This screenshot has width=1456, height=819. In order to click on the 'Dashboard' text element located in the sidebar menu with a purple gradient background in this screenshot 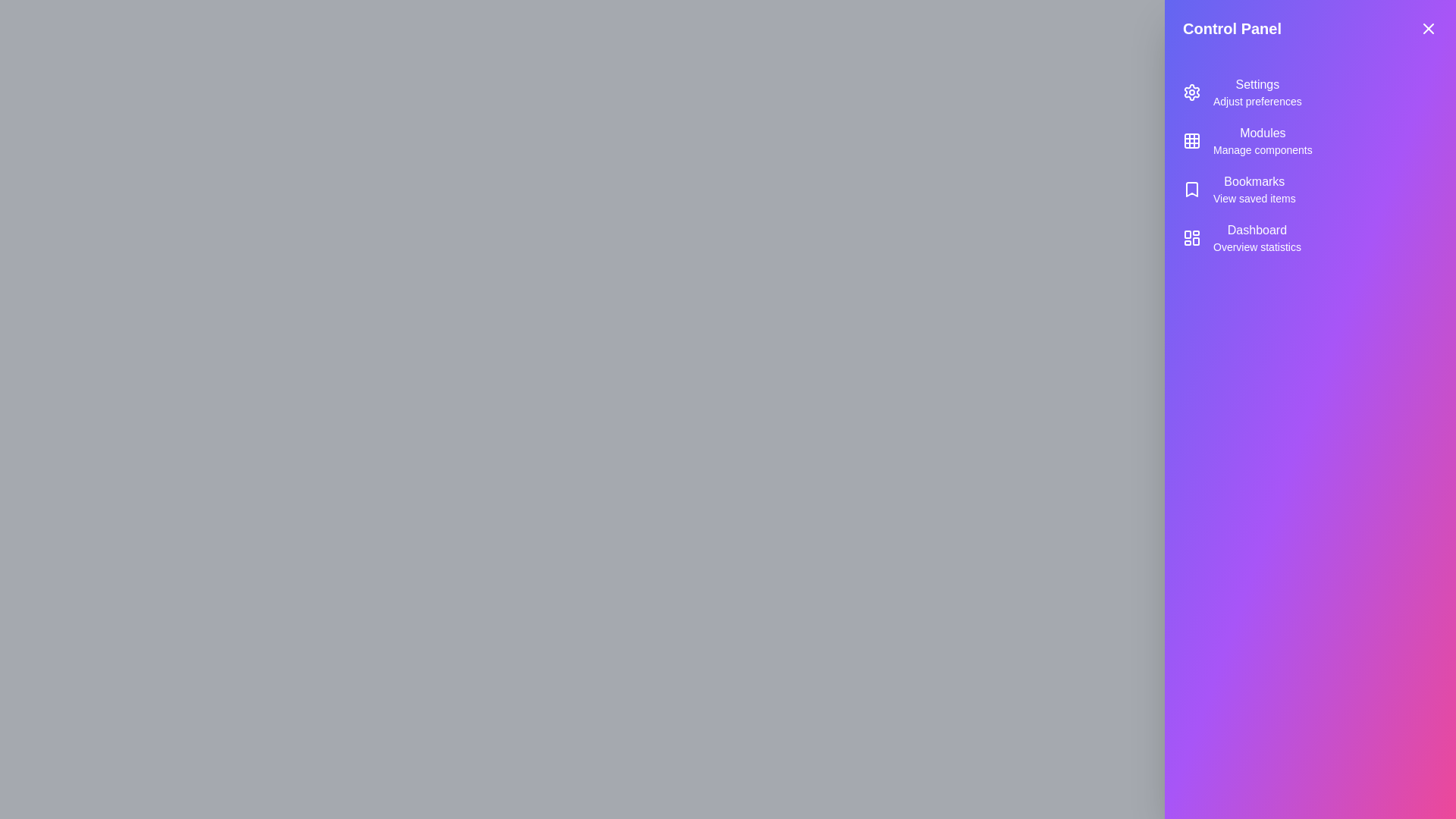, I will do `click(1257, 237)`.